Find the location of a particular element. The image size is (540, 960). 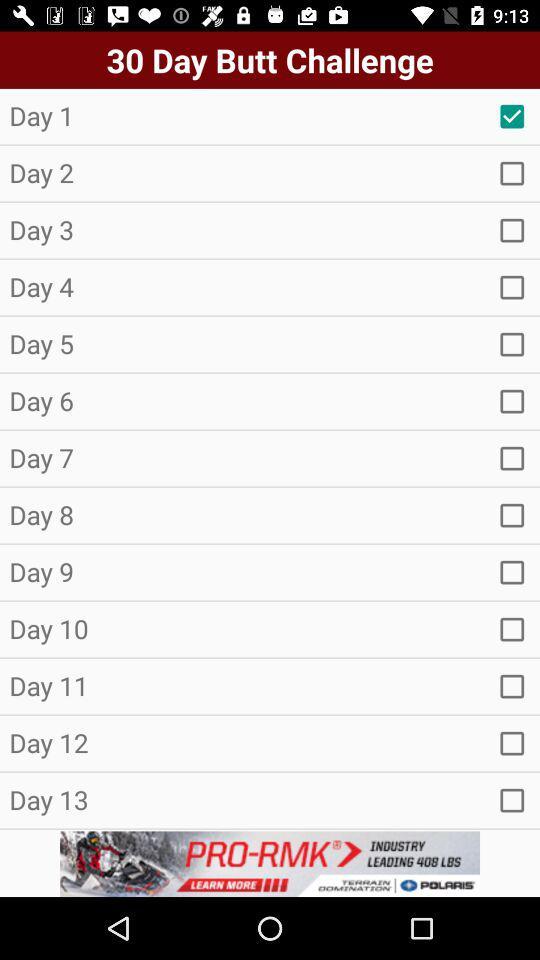

option is located at coordinates (512, 400).